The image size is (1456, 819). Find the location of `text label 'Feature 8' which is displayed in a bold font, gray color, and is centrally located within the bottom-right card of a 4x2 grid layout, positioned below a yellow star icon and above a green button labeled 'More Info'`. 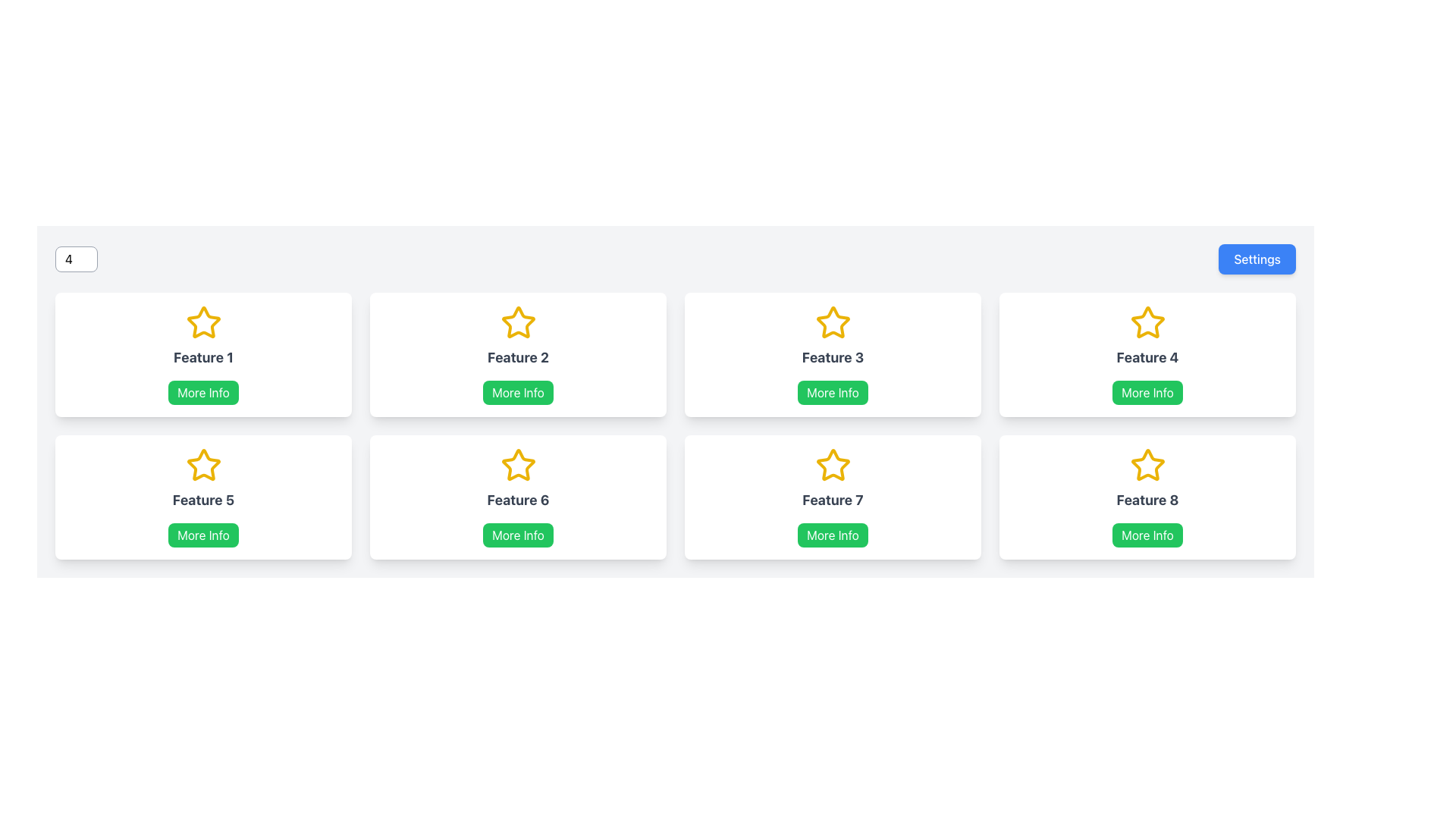

text label 'Feature 8' which is displayed in a bold font, gray color, and is centrally located within the bottom-right card of a 4x2 grid layout, positioned below a yellow star icon and above a green button labeled 'More Info' is located at coordinates (1147, 500).